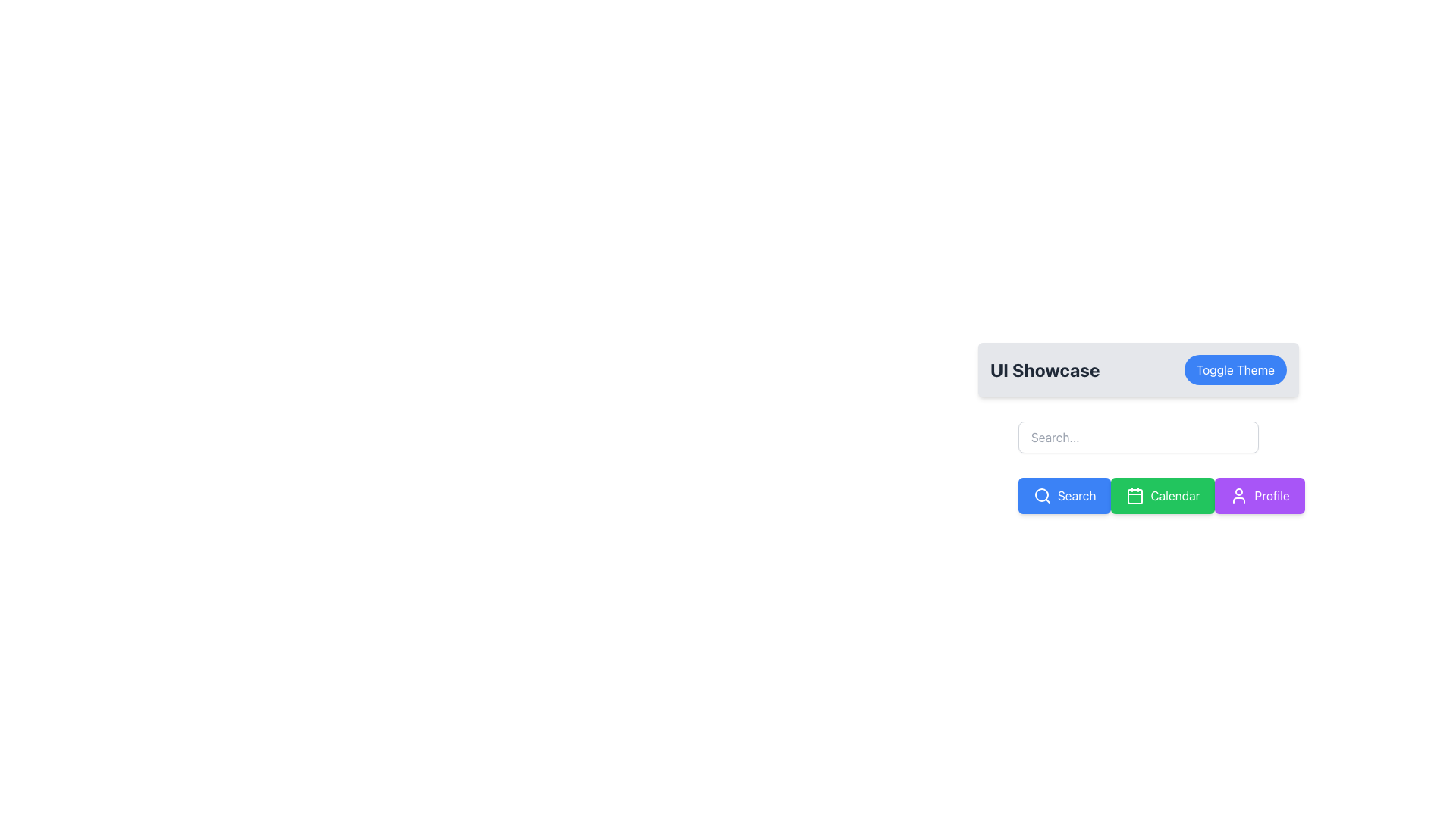 This screenshot has height=819, width=1456. What do you see at coordinates (1135, 496) in the screenshot?
I see `the calendar icon located in the second button of a horizontal row of three buttons at the bottom of the interface, which has a green rectangular background and is labeled 'Calendar'` at bounding box center [1135, 496].